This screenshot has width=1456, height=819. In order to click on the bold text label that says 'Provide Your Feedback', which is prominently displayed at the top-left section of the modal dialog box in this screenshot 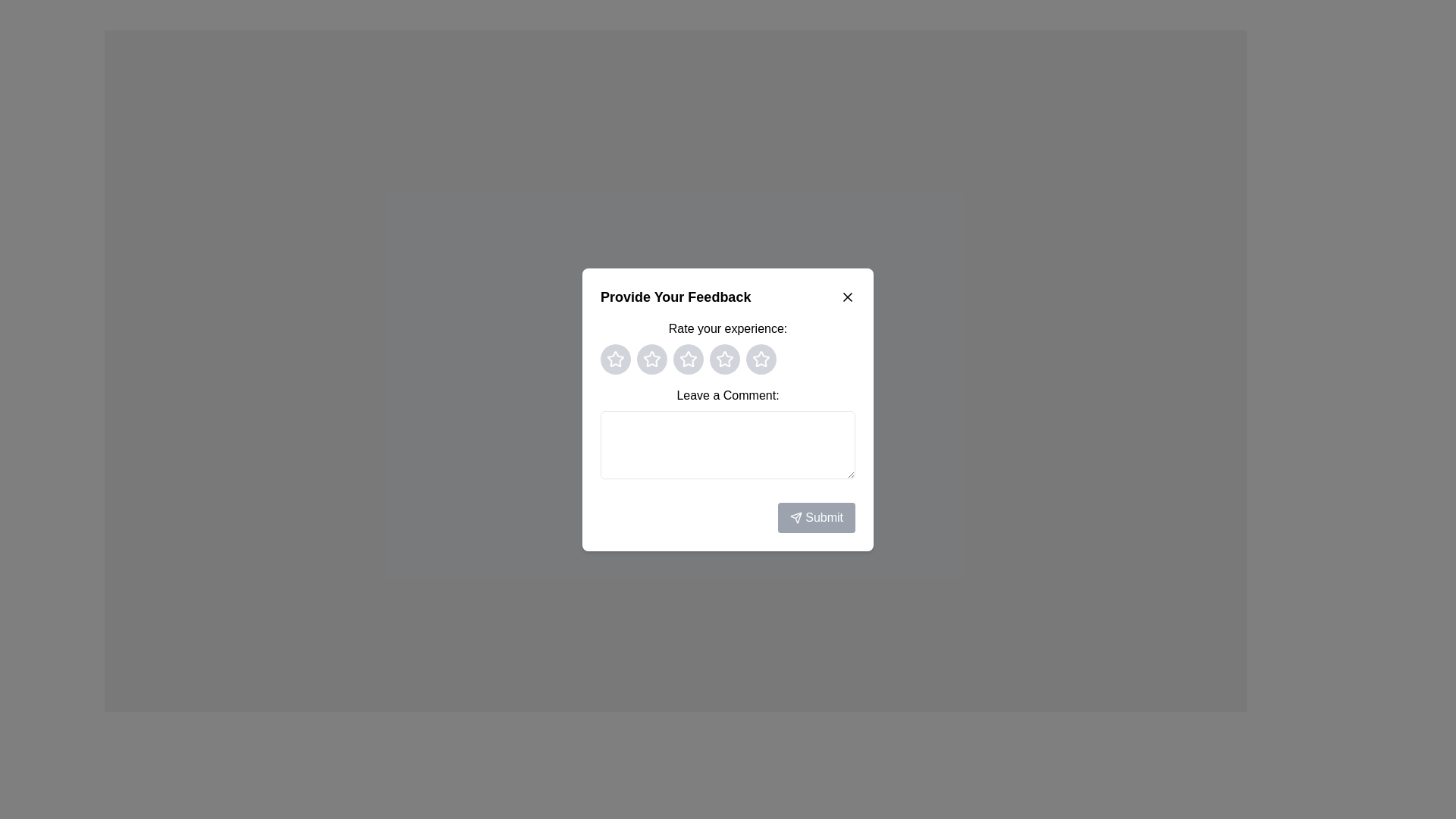, I will do `click(675, 297)`.